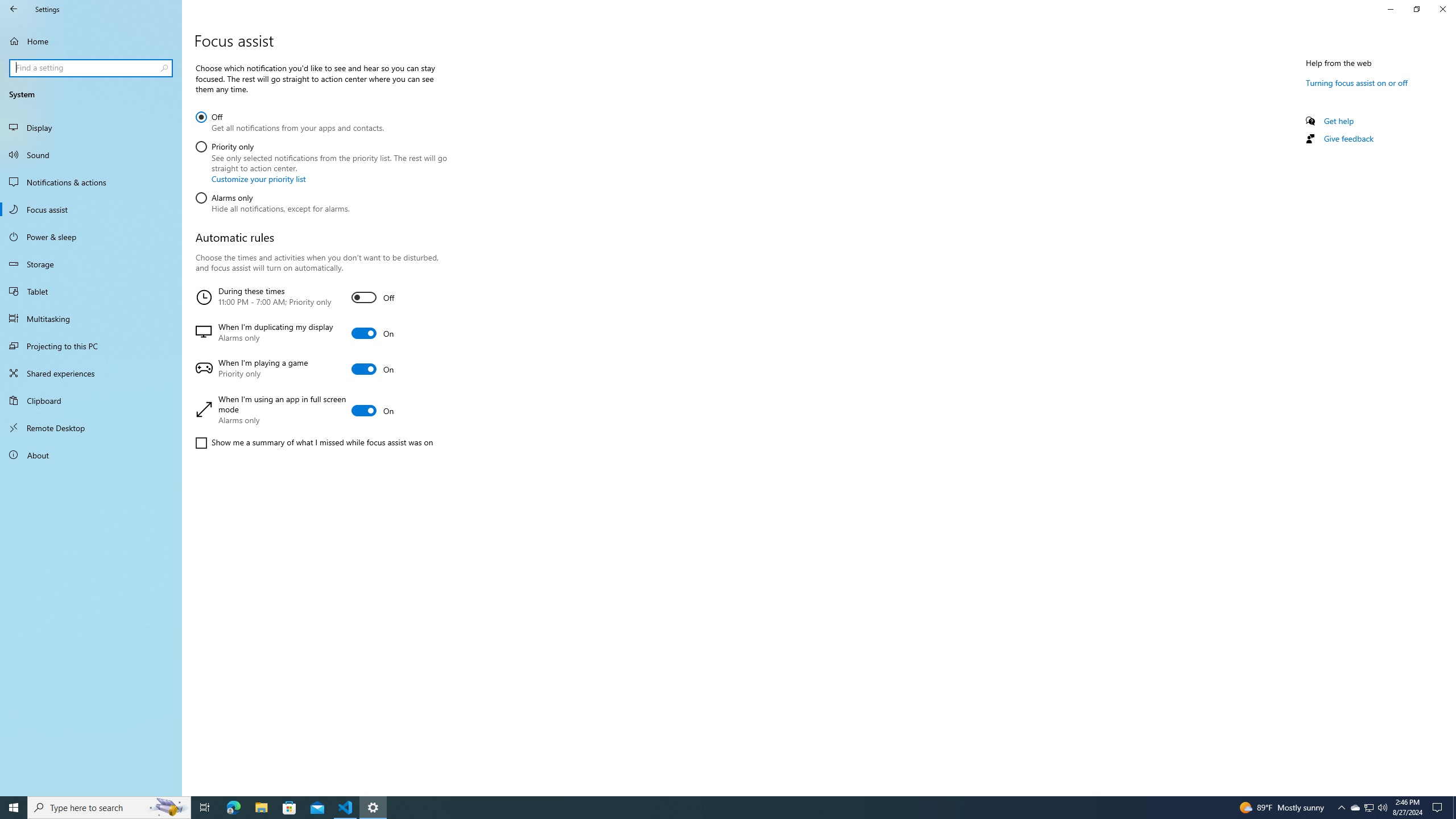  Describe the element at coordinates (90, 181) in the screenshot. I see `'Notifications & actions'` at that location.